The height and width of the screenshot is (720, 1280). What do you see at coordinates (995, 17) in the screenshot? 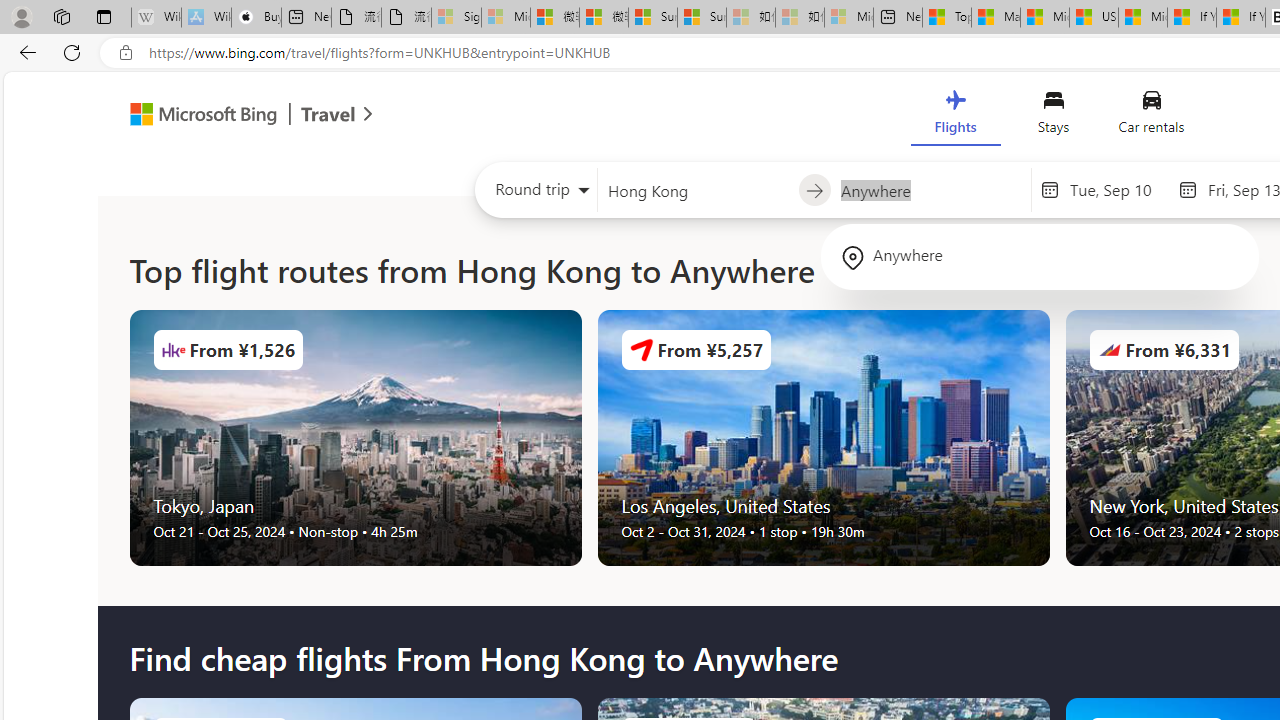
I see `'Marine life - MSN'` at bounding box center [995, 17].